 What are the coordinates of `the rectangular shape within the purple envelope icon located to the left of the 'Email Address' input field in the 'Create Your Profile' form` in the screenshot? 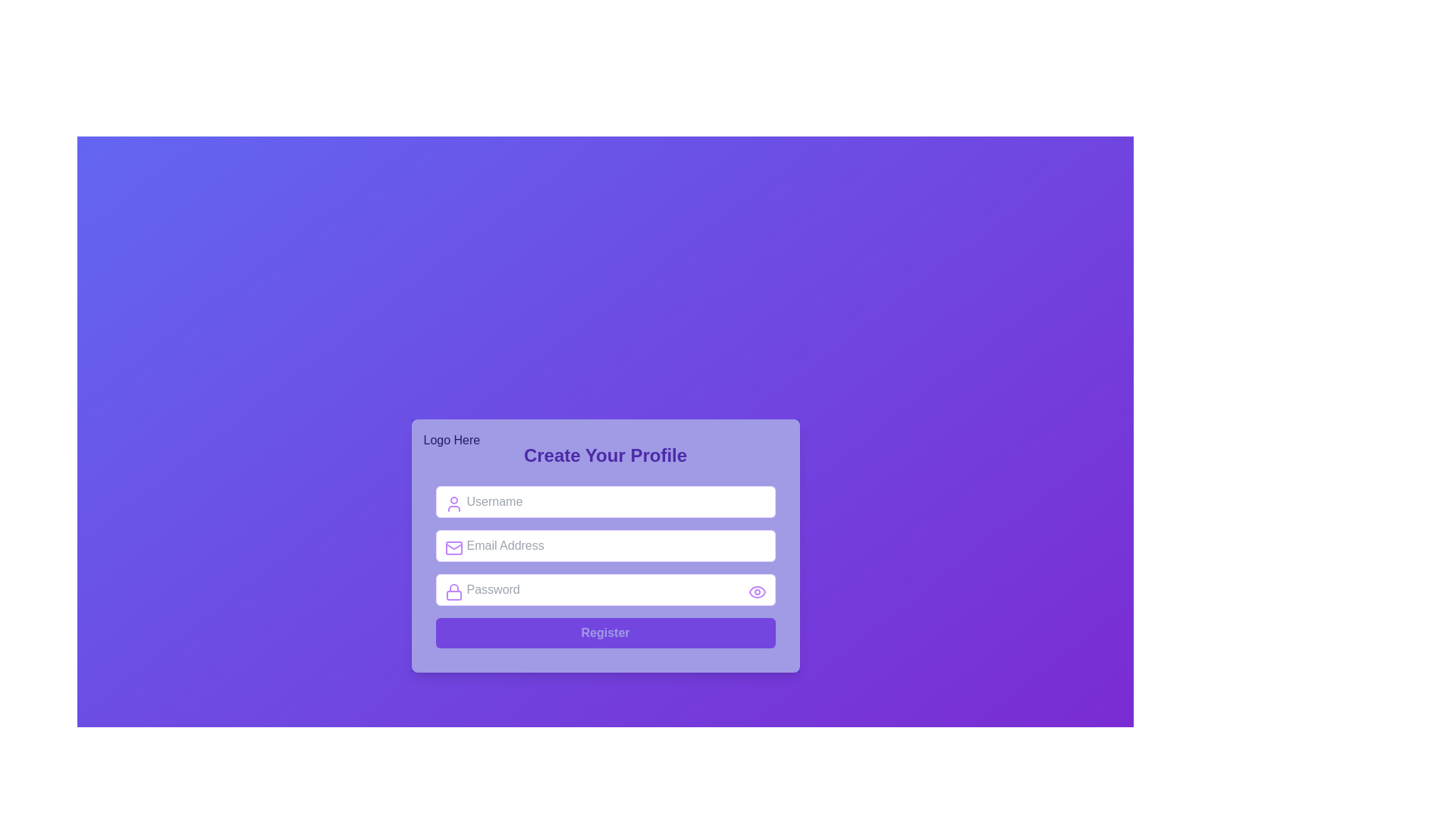 It's located at (453, 548).